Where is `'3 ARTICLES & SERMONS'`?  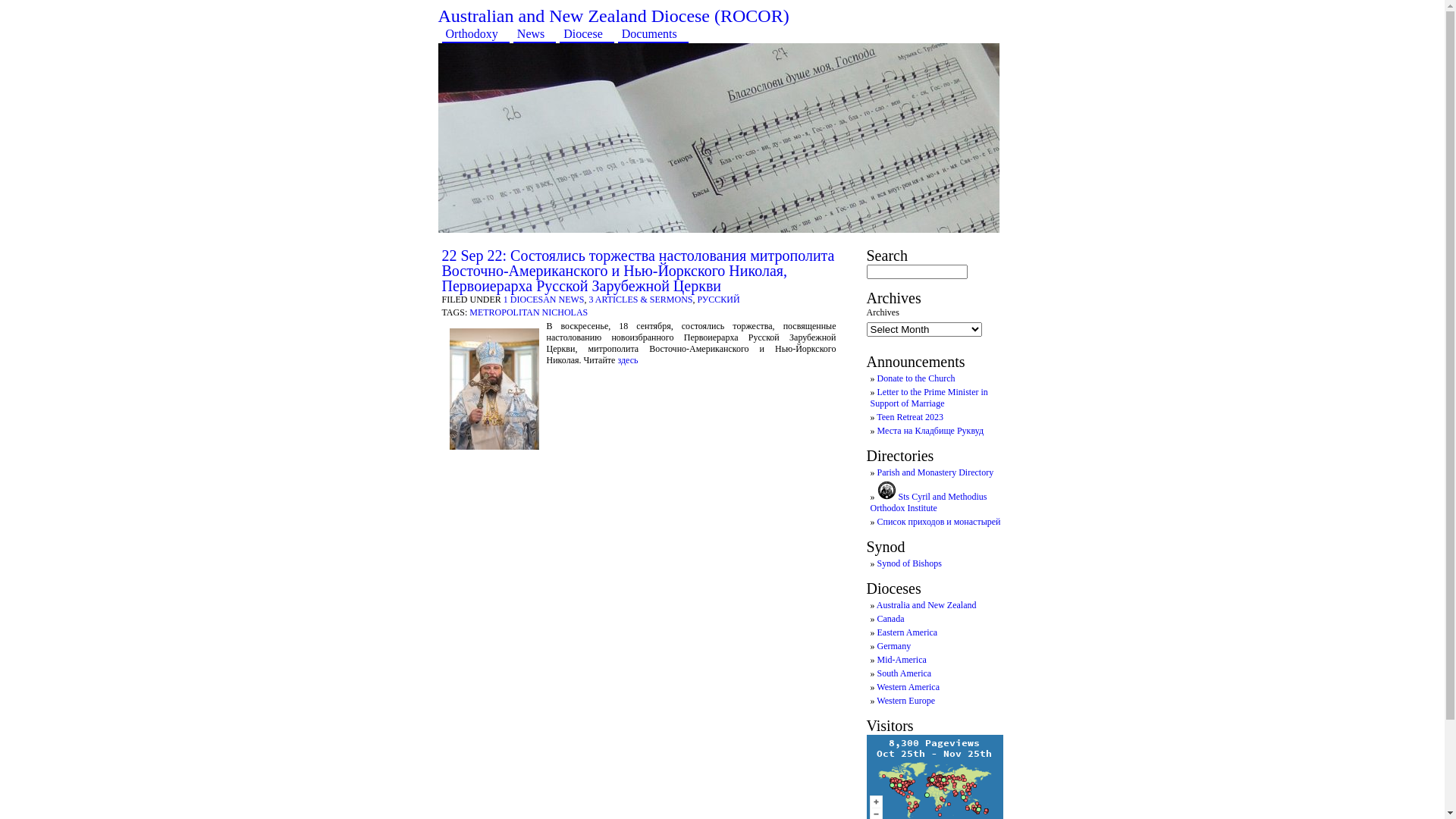
'3 ARTICLES & SERMONS' is located at coordinates (640, 299).